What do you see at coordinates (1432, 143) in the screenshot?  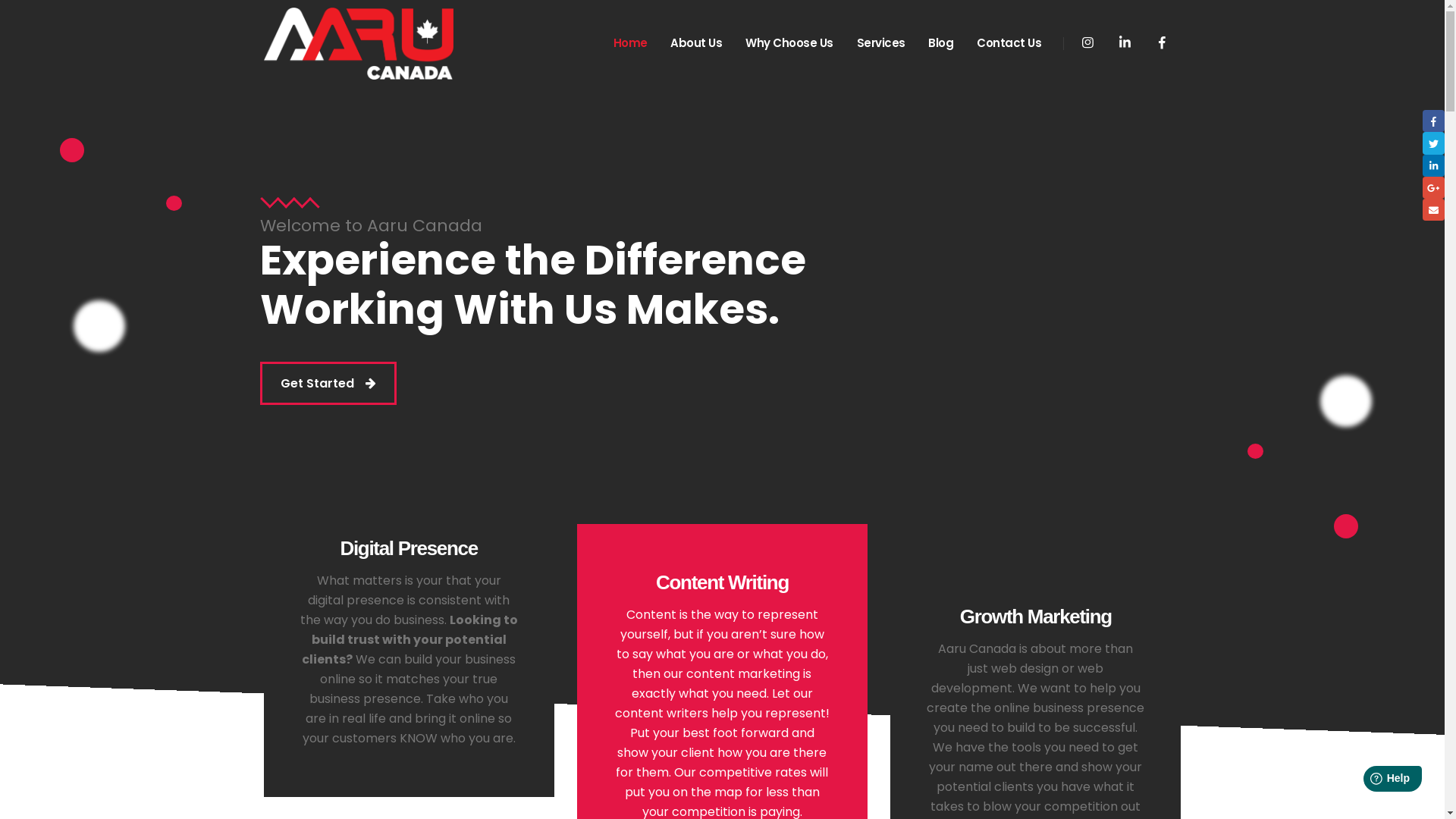 I see `'Twitter'` at bounding box center [1432, 143].